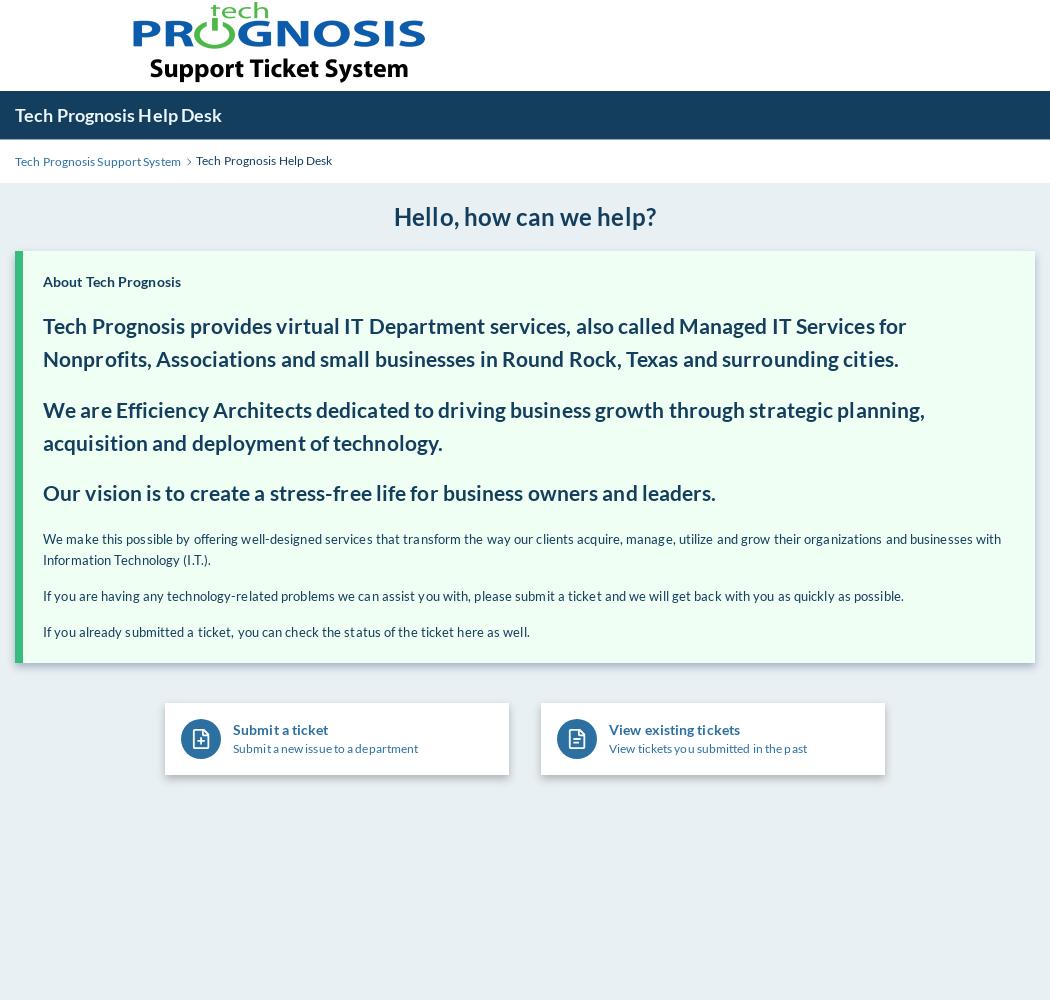 Image resolution: width=1050 pixels, height=1000 pixels. I want to click on 'Tech Prognosis Support System', so click(97, 160).